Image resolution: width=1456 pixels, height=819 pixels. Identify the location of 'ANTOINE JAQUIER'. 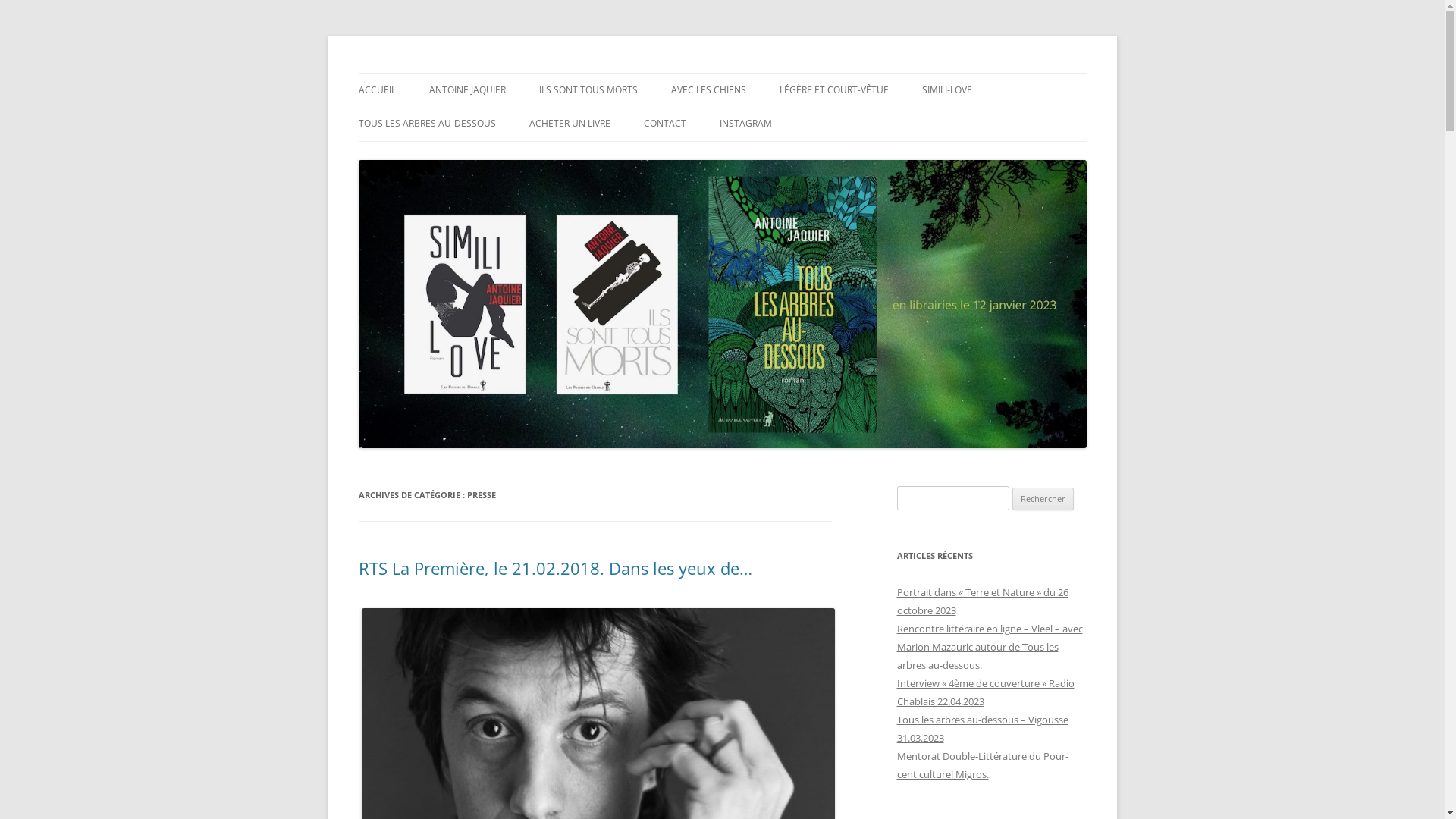
(466, 90).